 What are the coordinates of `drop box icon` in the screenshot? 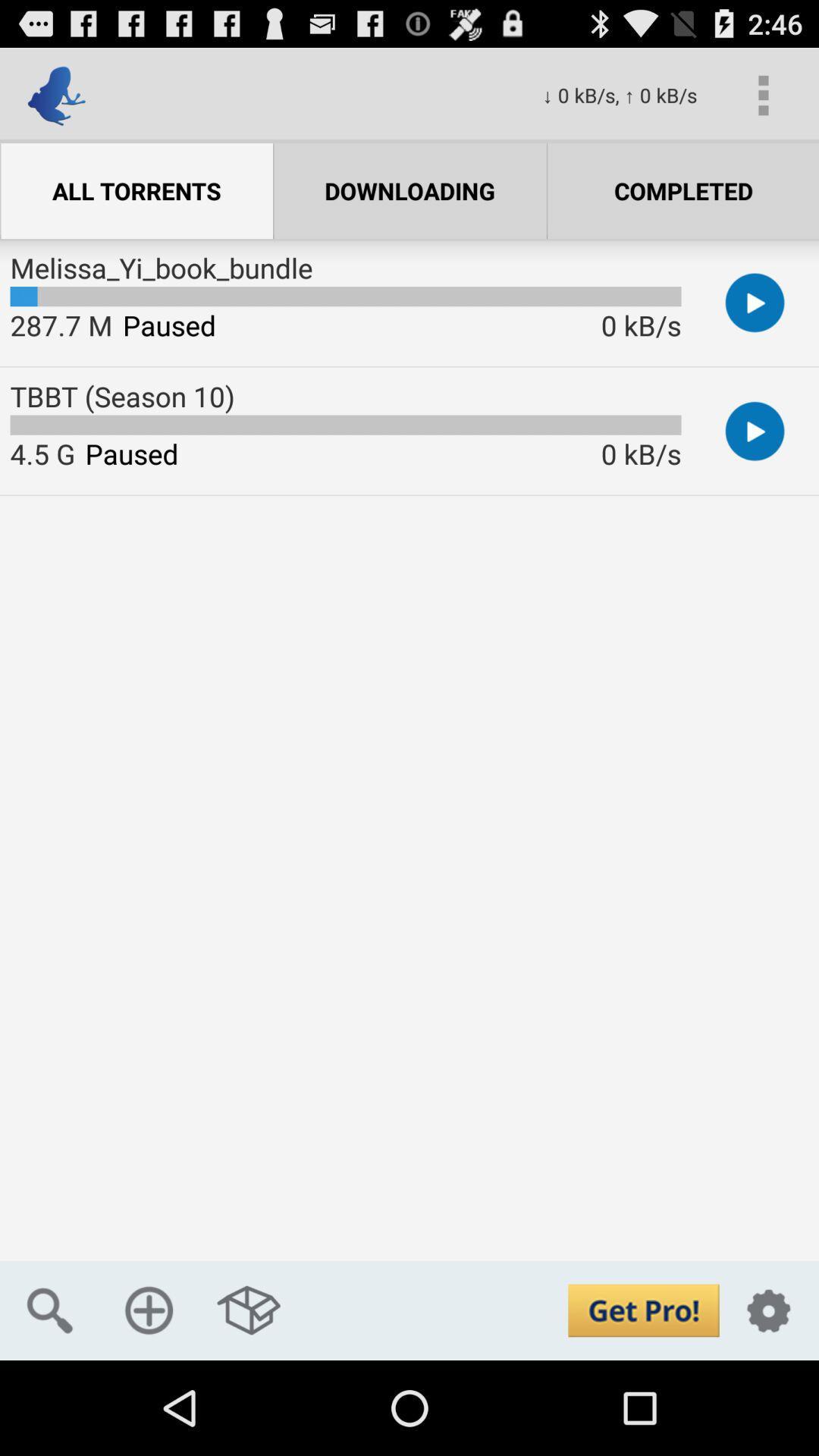 It's located at (248, 1310).